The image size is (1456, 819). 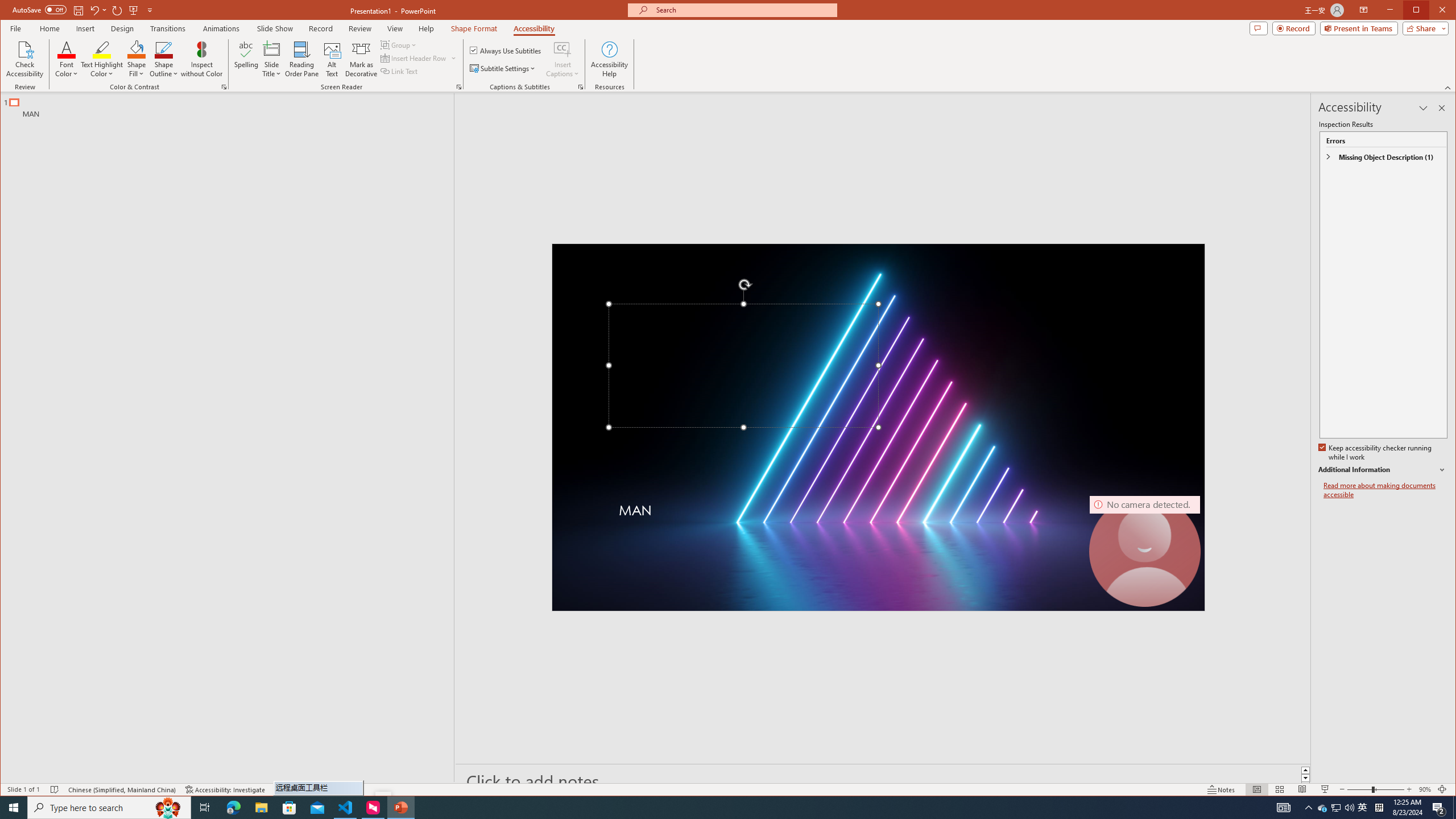 I want to click on 'Neon laser lights aligned to form a triangle', so click(x=877, y=427).